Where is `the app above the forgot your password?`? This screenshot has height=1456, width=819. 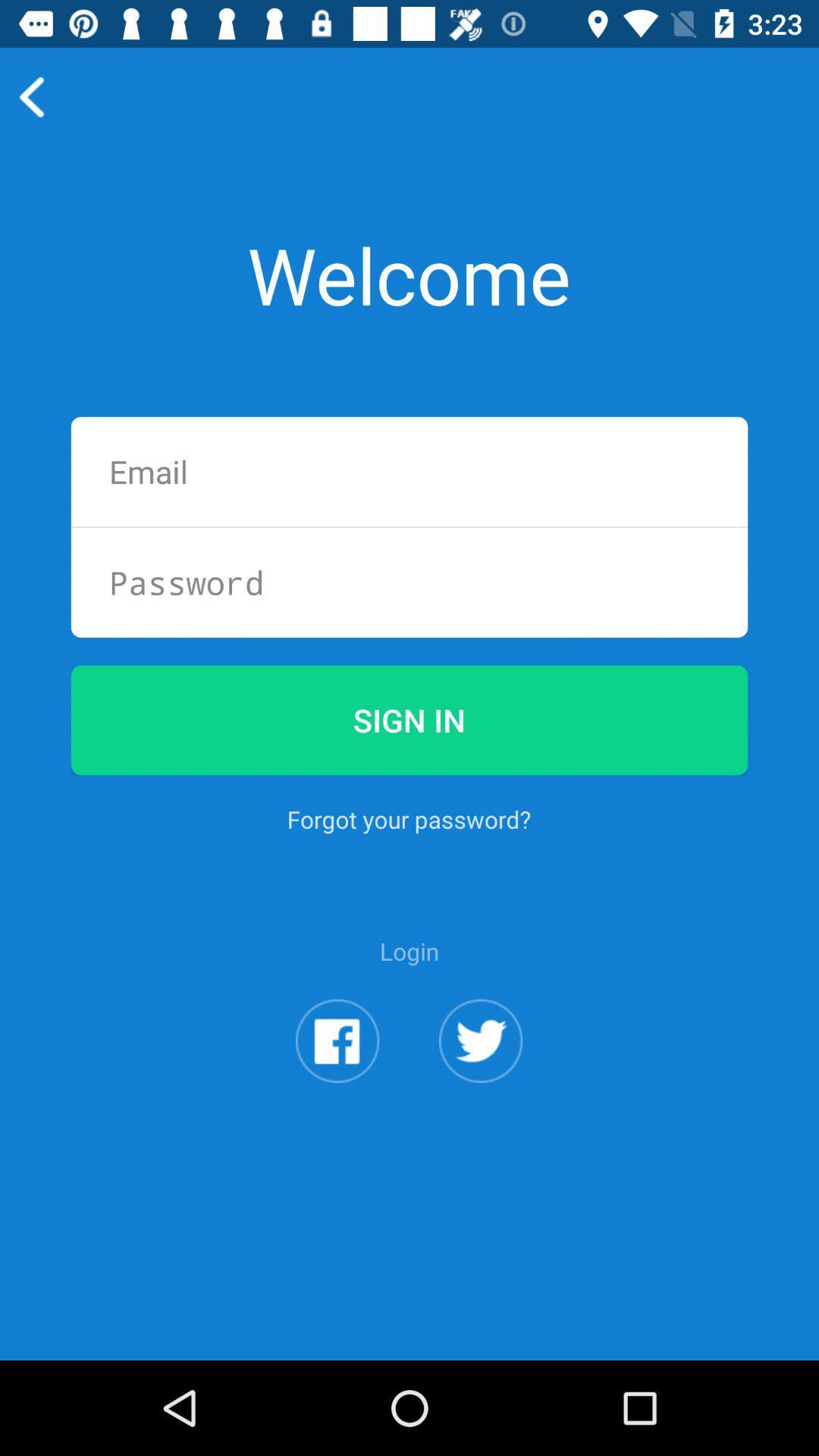 the app above the forgot your password? is located at coordinates (409, 719).